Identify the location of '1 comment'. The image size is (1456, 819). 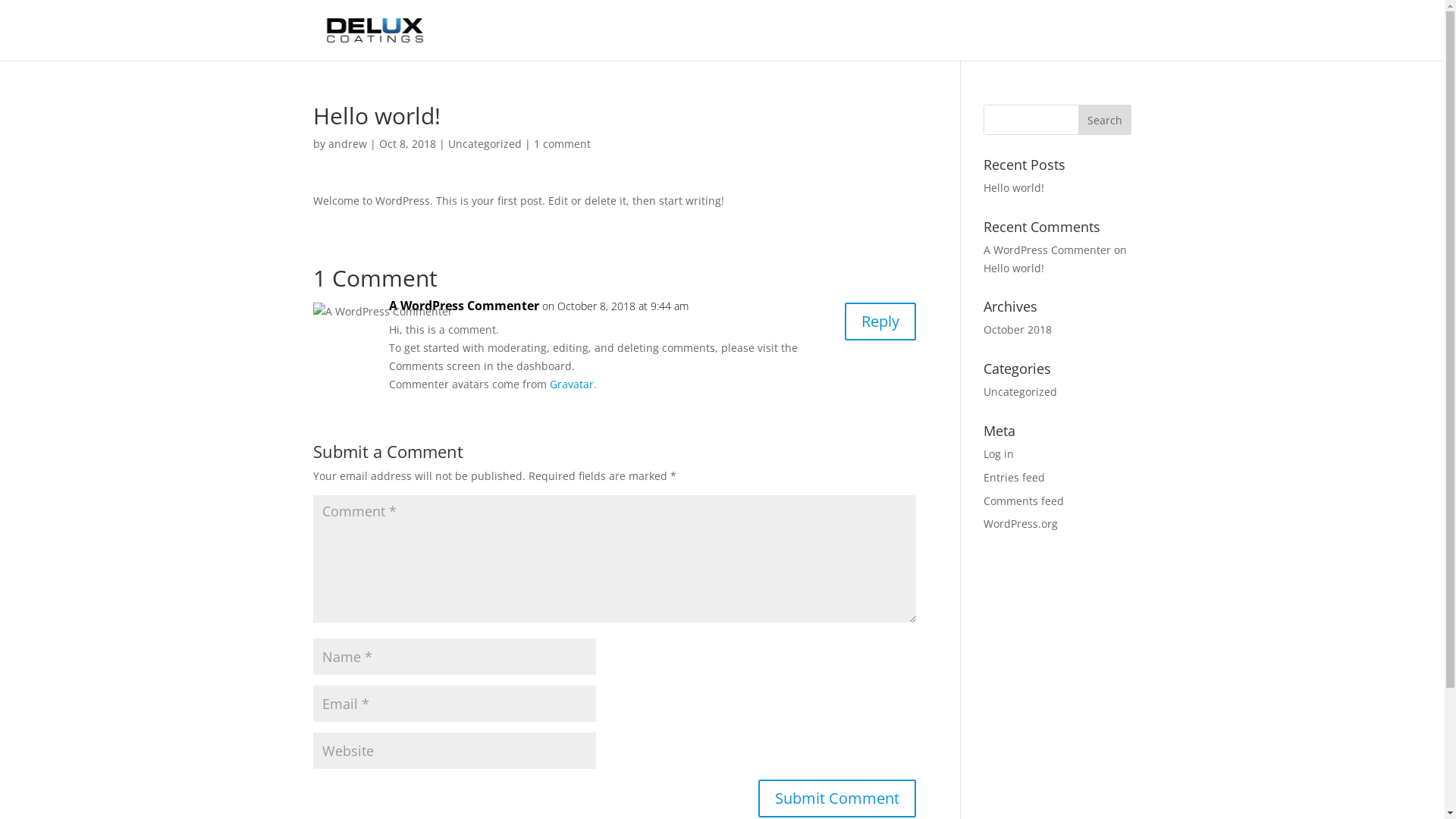
(561, 143).